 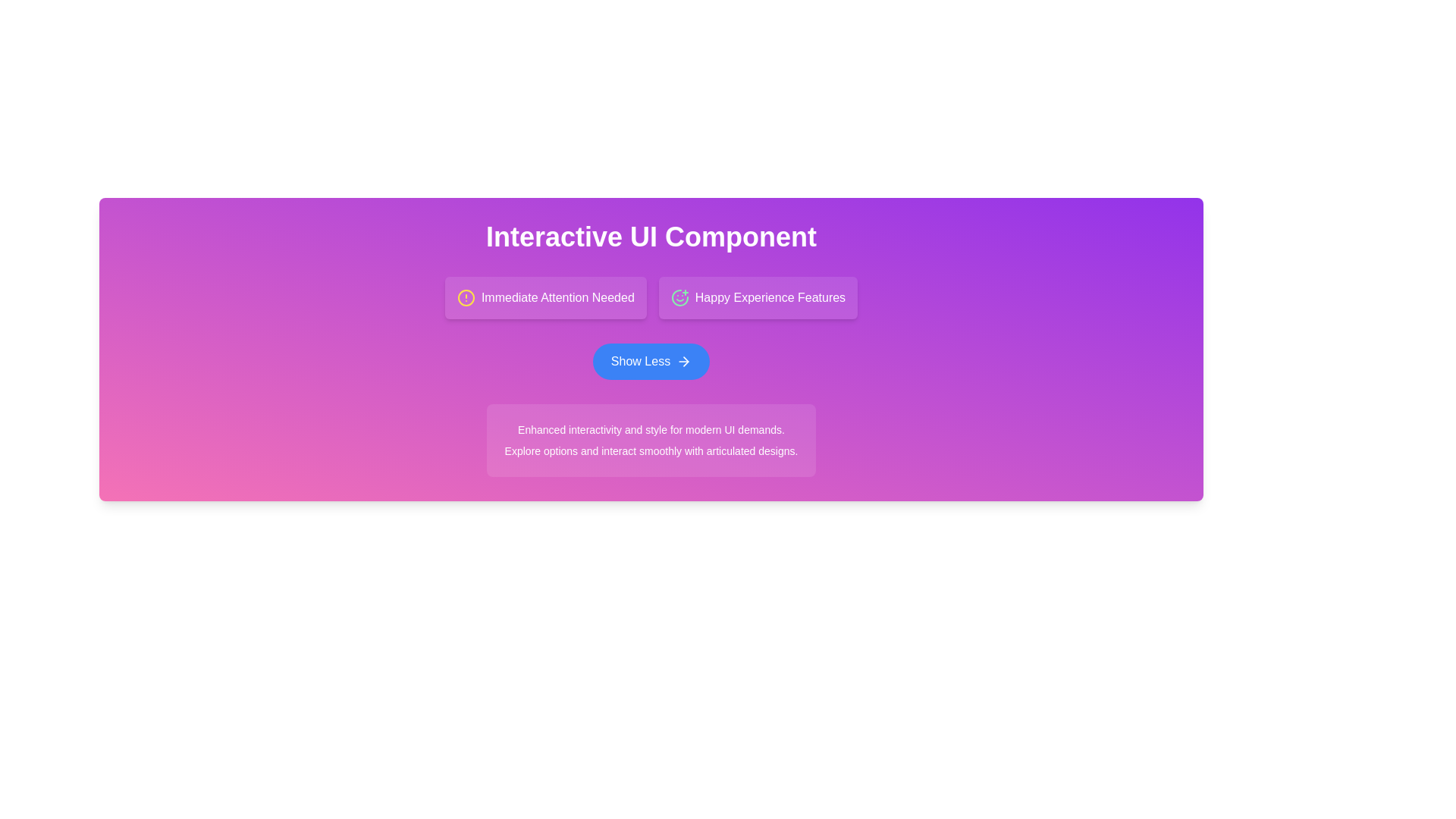 What do you see at coordinates (679, 298) in the screenshot?
I see `the green smiling face icon with a plus sign, located to the left of 'Happy Experience Features' and to the right of 'Immediate Attention Needed'` at bounding box center [679, 298].